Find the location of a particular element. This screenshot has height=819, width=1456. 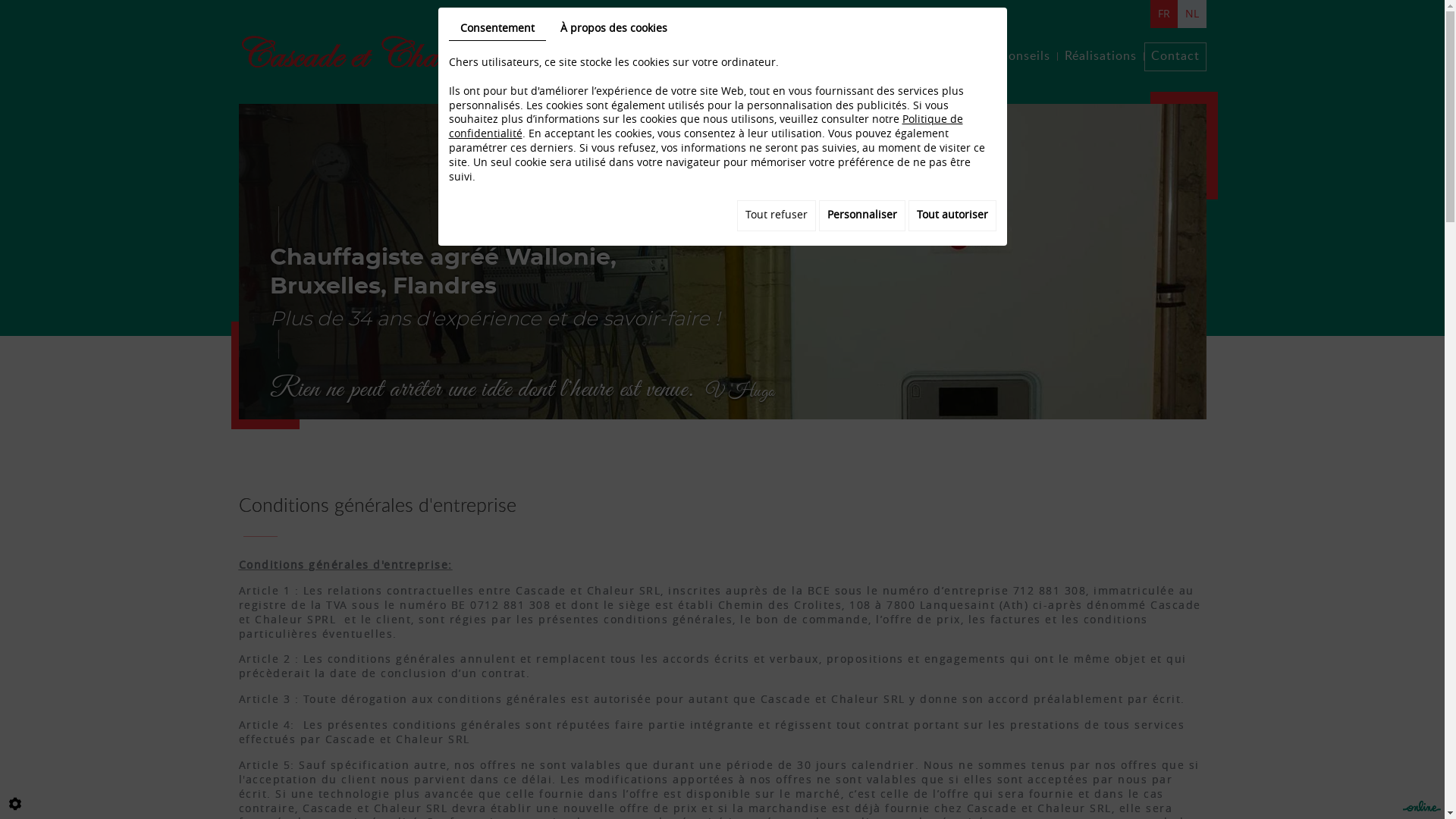

'Consentement' is located at coordinates (497, 29).